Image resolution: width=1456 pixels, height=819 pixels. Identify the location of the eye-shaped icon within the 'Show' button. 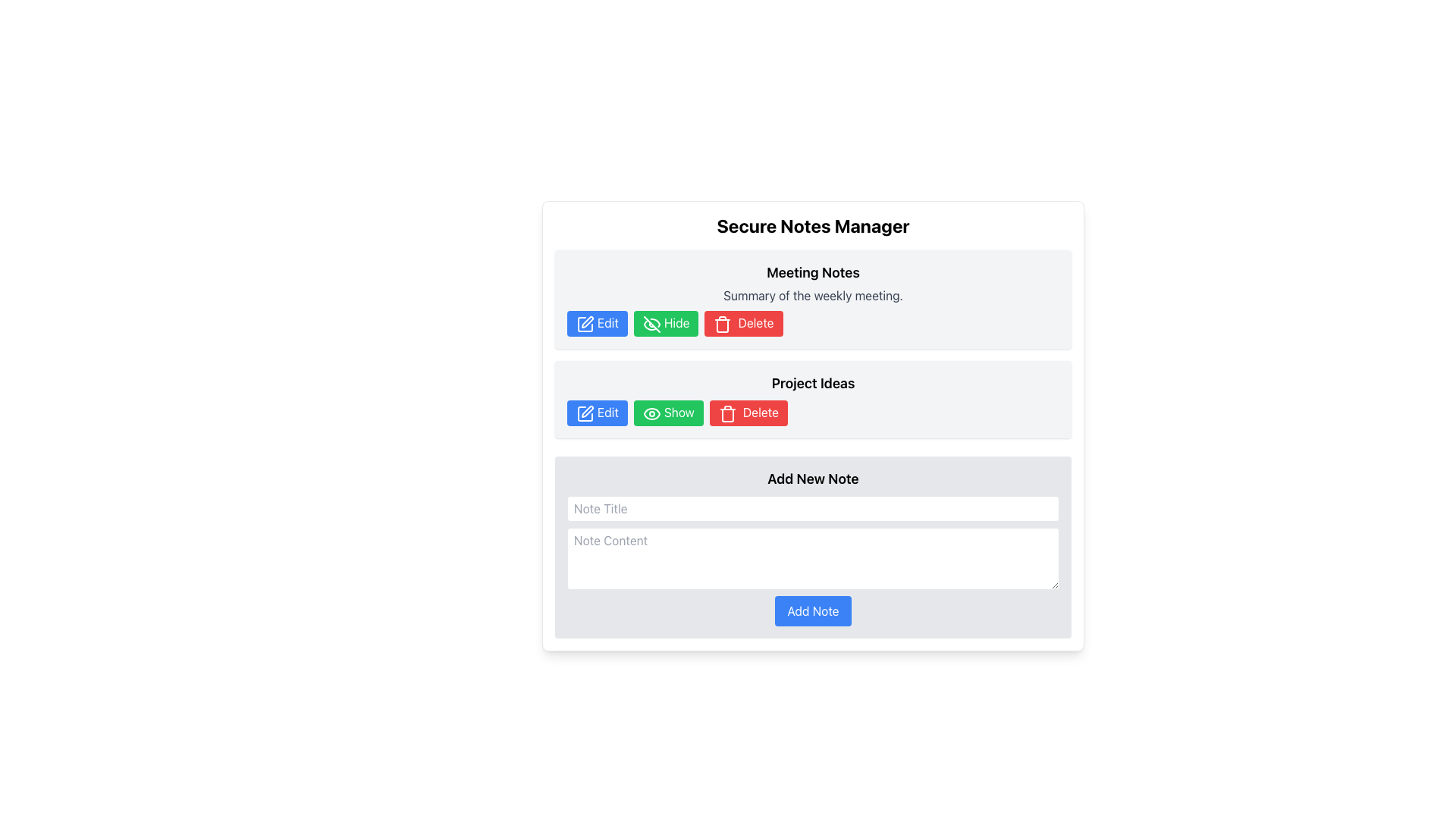
(651, 413).